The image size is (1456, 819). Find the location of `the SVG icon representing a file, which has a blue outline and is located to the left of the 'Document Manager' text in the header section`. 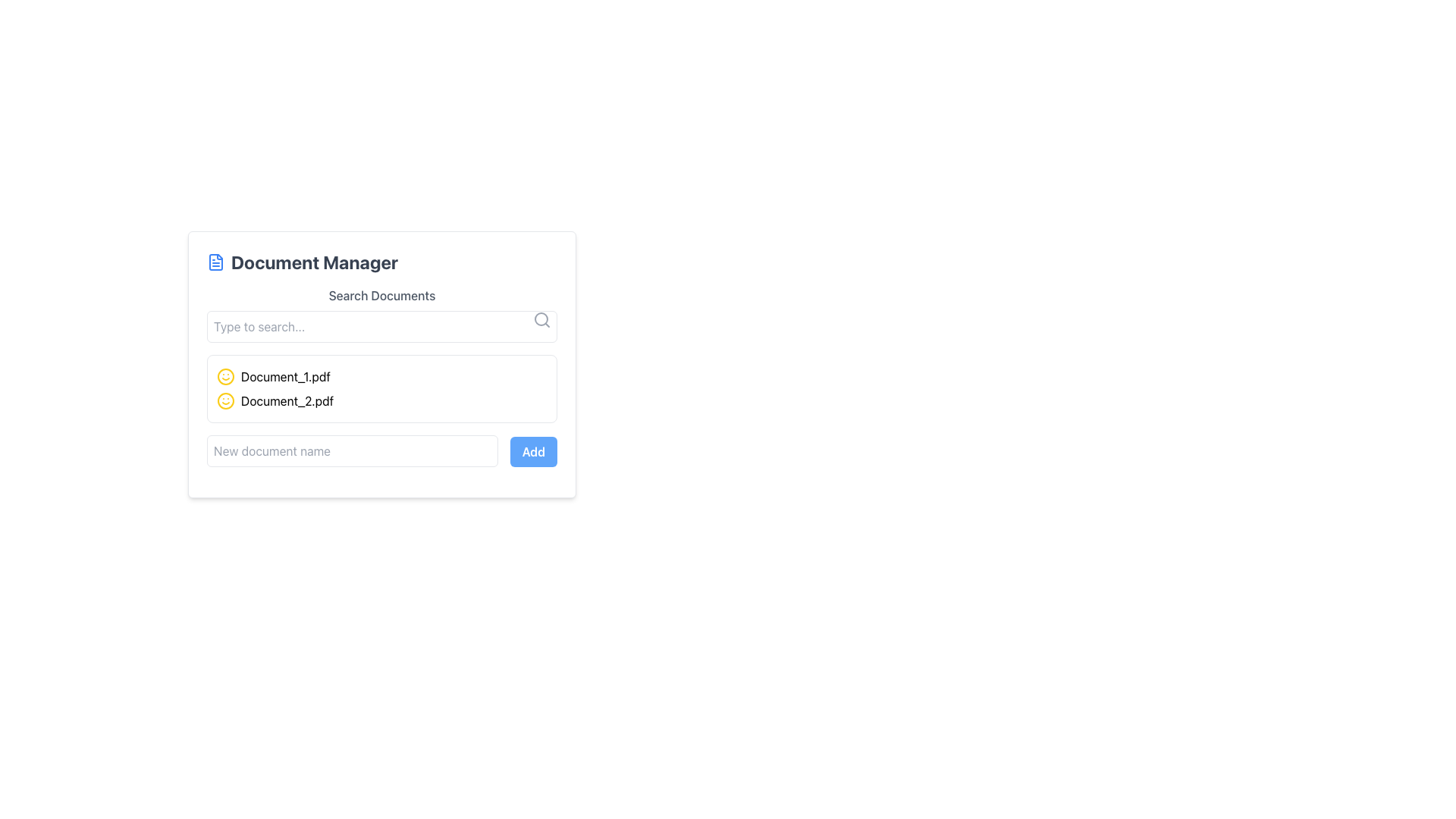

the SVG icon representing a file, which has a blue outline and is located to the left of the 'Document Manager' text in the header section is located at coordinates (215, 262).